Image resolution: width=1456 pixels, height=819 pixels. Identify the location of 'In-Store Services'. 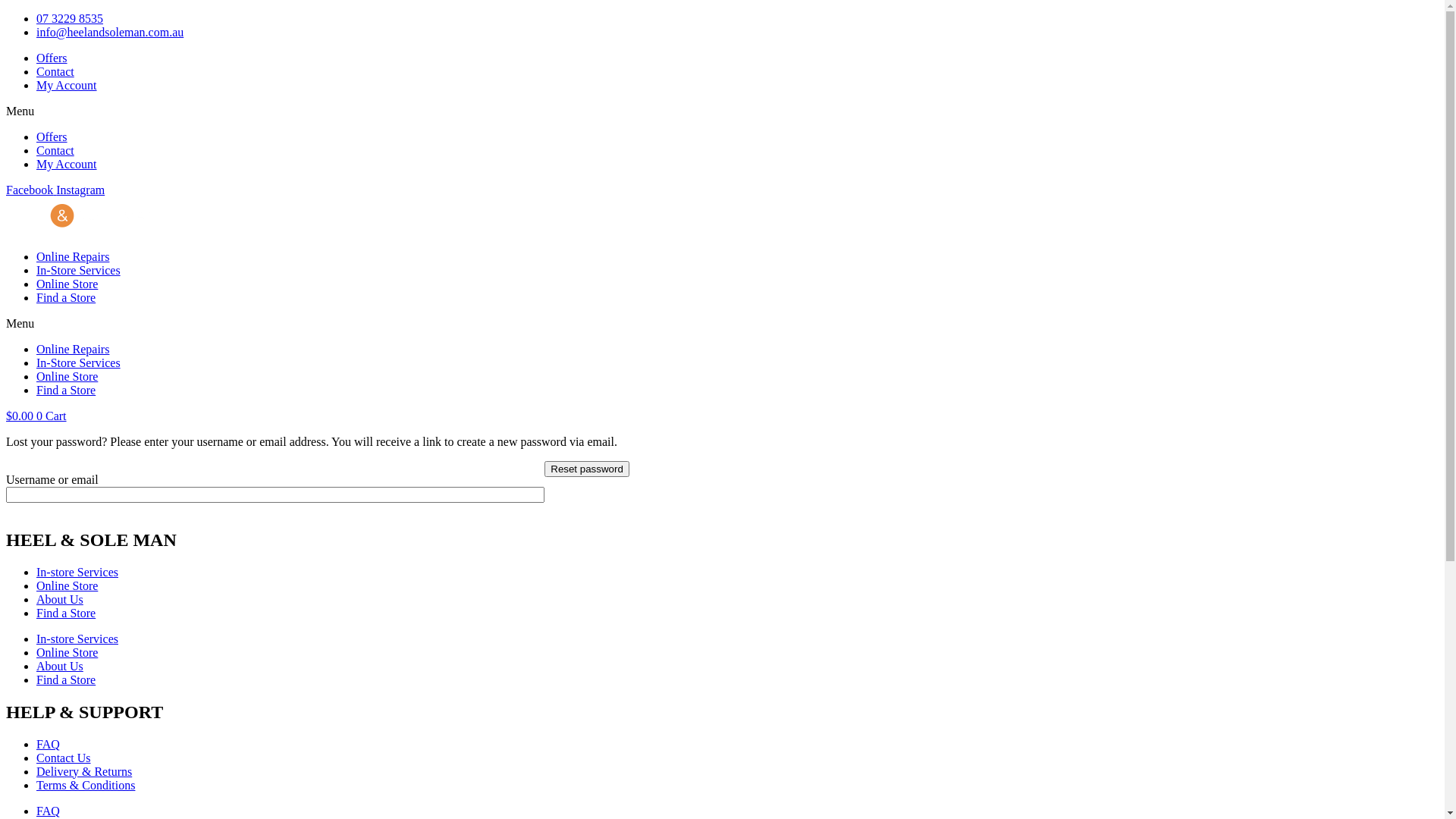
(77, 269).